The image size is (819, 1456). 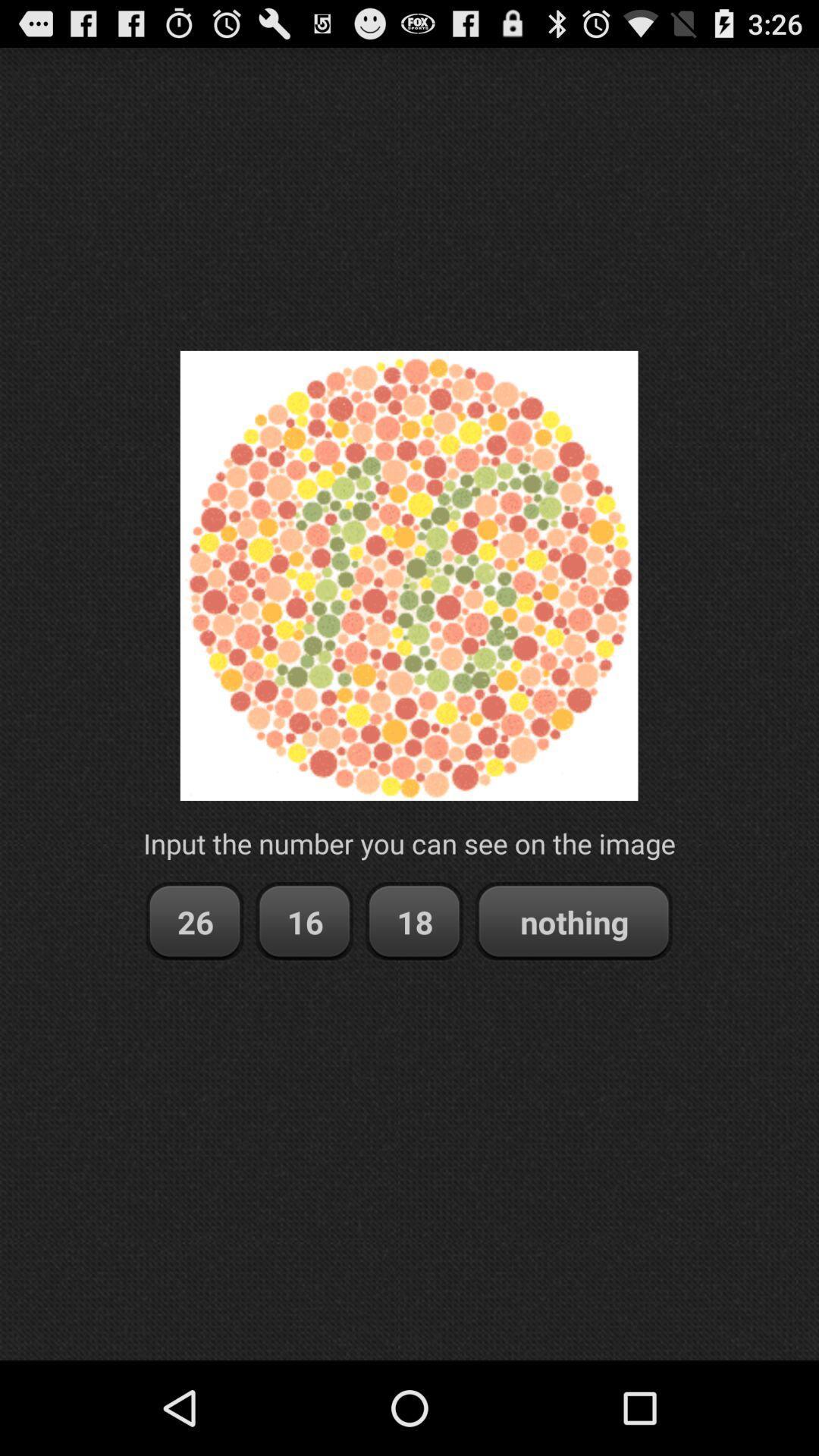 I want to click on item below the input the number app, so click(x=304, y=921).